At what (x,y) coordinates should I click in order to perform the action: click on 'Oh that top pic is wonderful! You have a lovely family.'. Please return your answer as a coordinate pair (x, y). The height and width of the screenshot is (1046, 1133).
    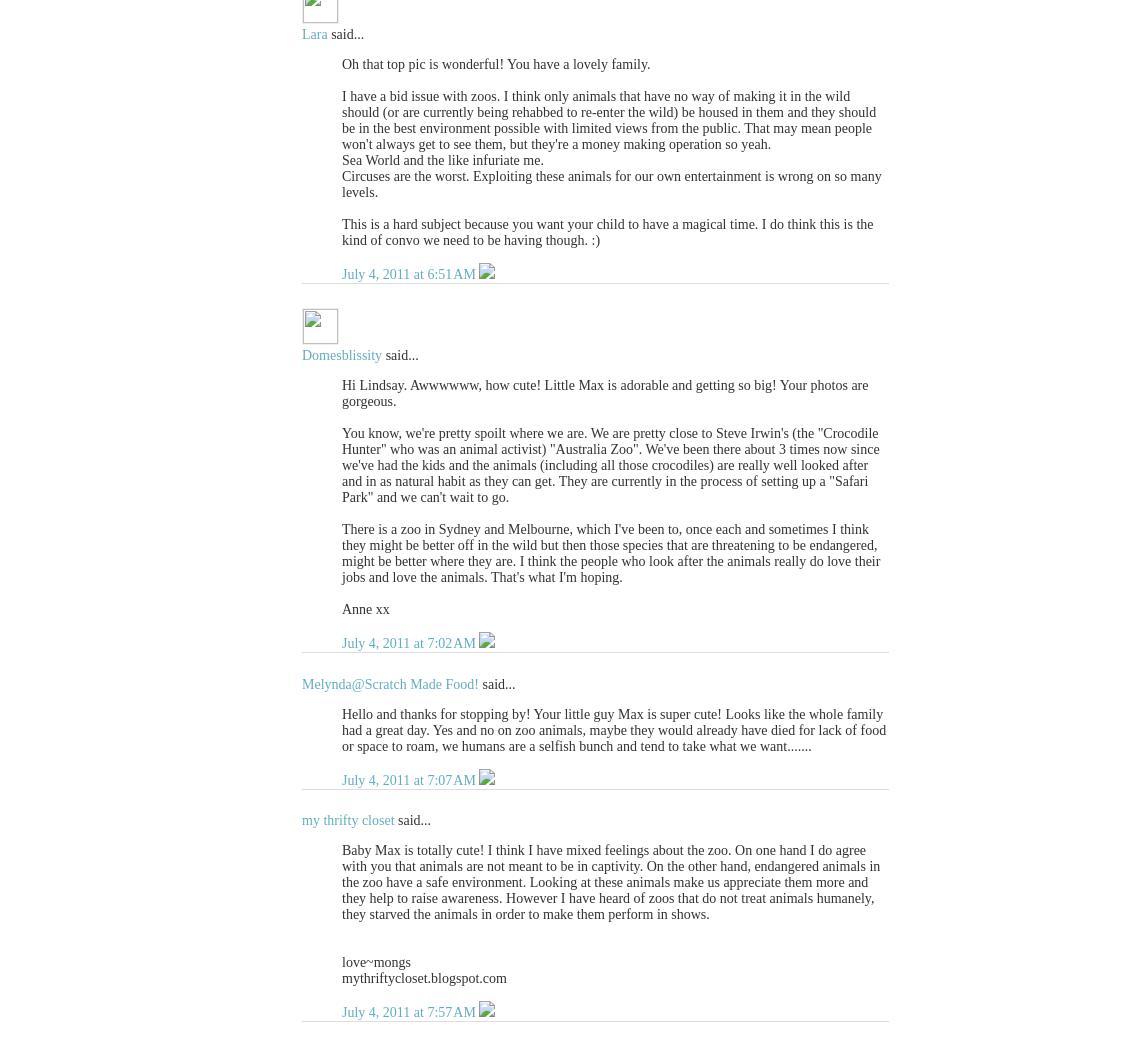
    Looking at the image, I should click on (496, 64).